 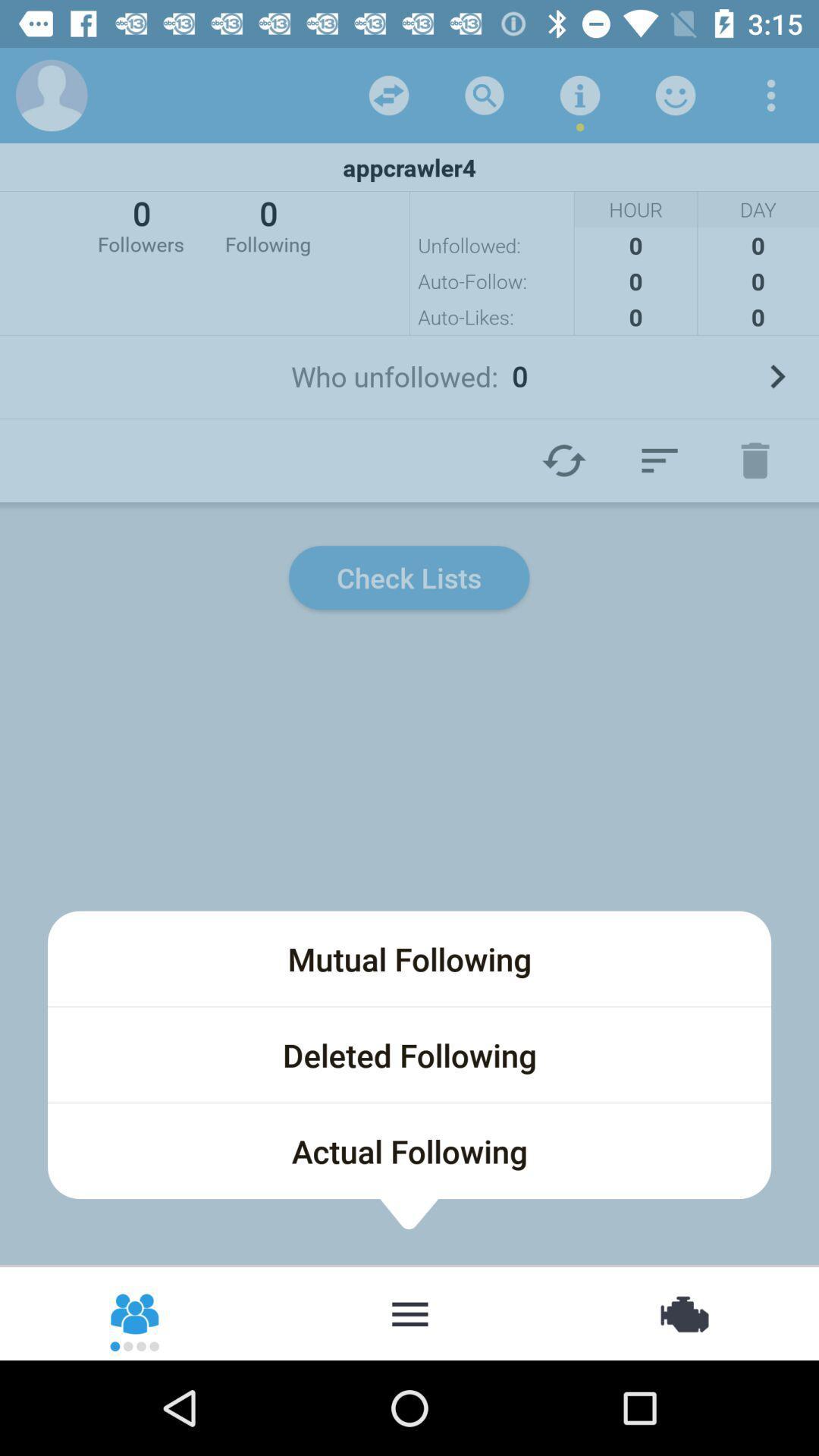 I want to click on the icon above appcrawler4 item, so click(x=579, y=94).